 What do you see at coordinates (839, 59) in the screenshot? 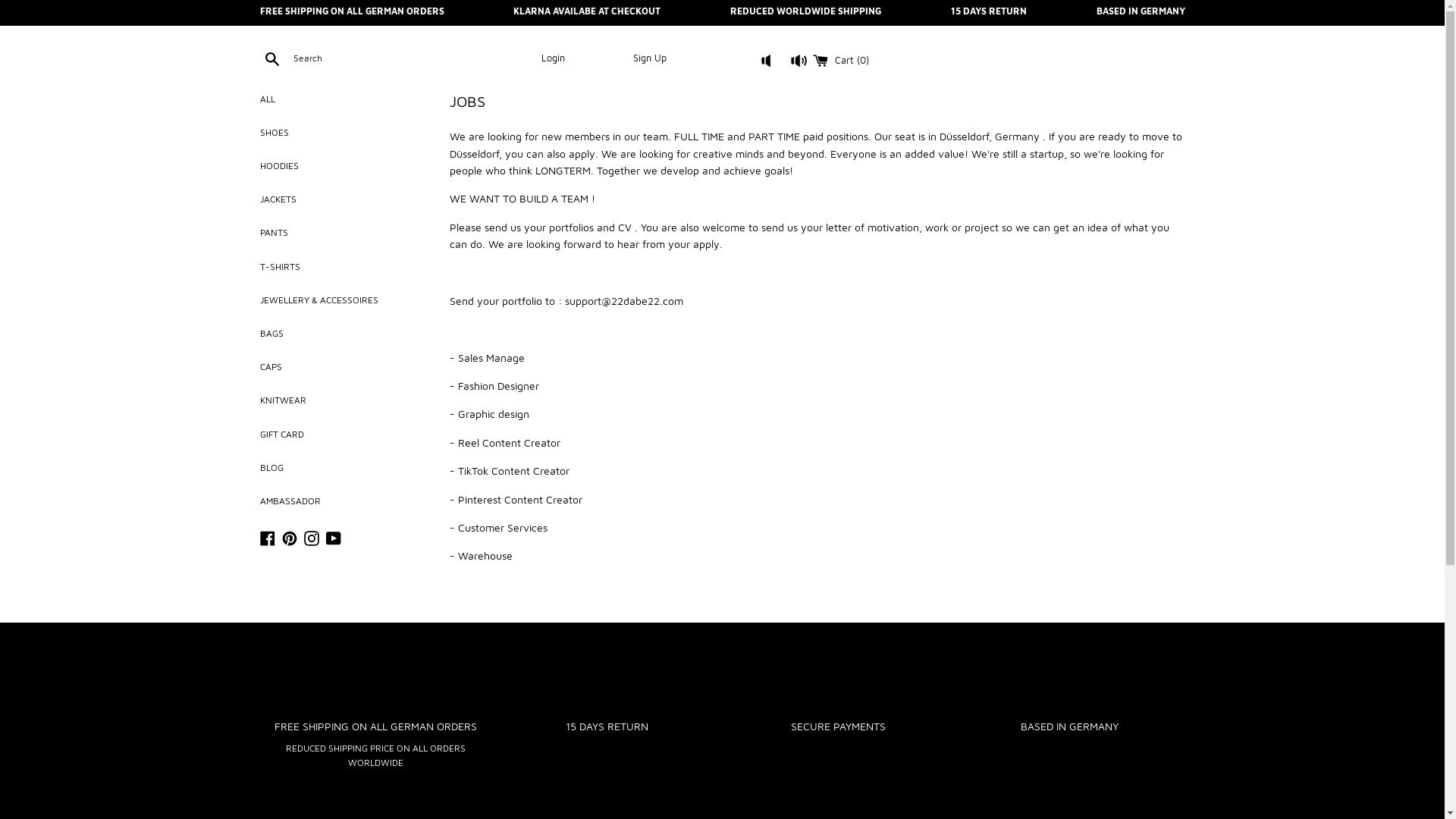
I see `'Cart (0)'` at bounding box center [839, 59].